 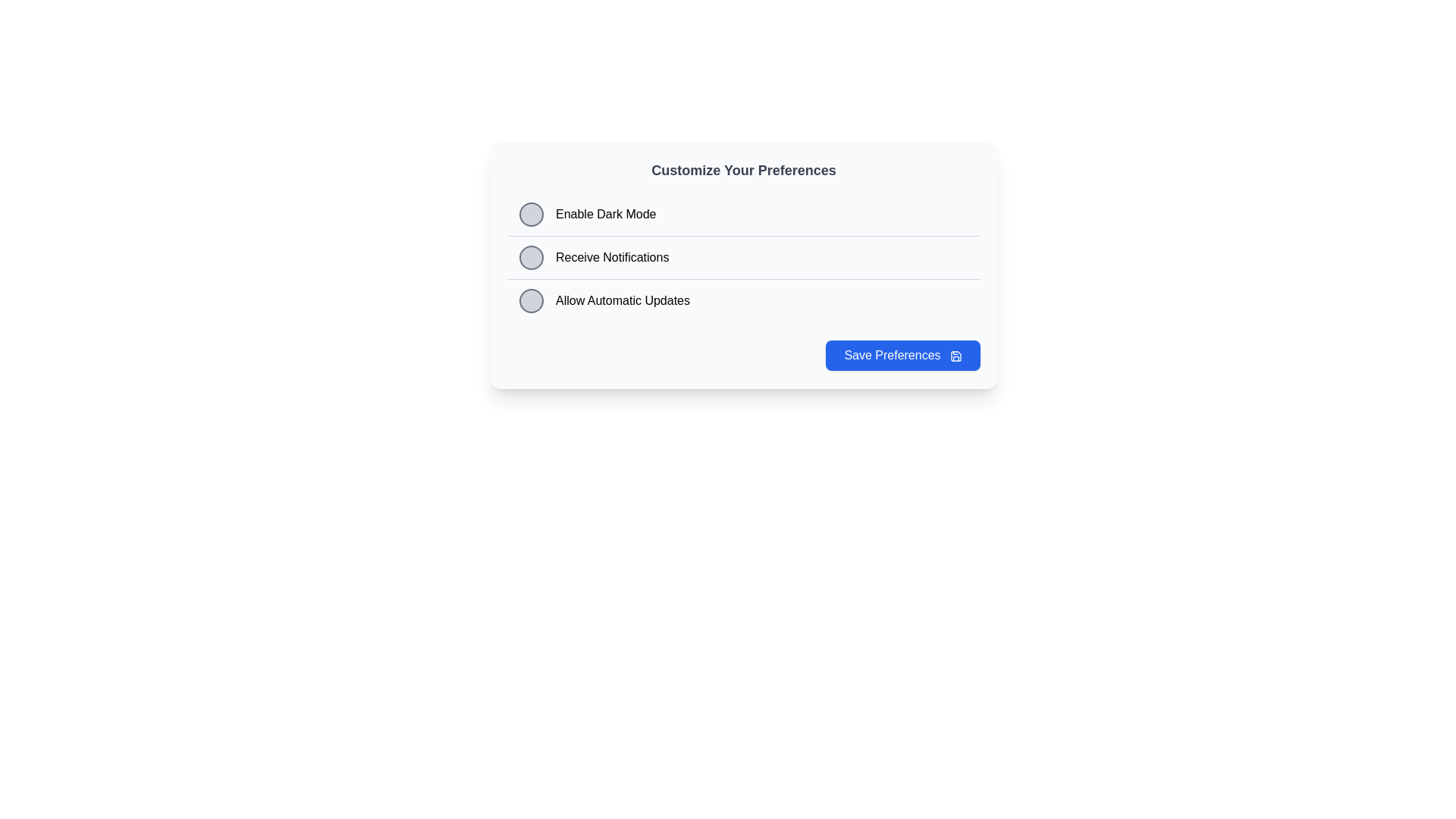 I want to click on the descriptive label for enabling or disabling notifications, which is the second entry in the vertical list of options in the preferences customization panel, so click(x=593, y=256).